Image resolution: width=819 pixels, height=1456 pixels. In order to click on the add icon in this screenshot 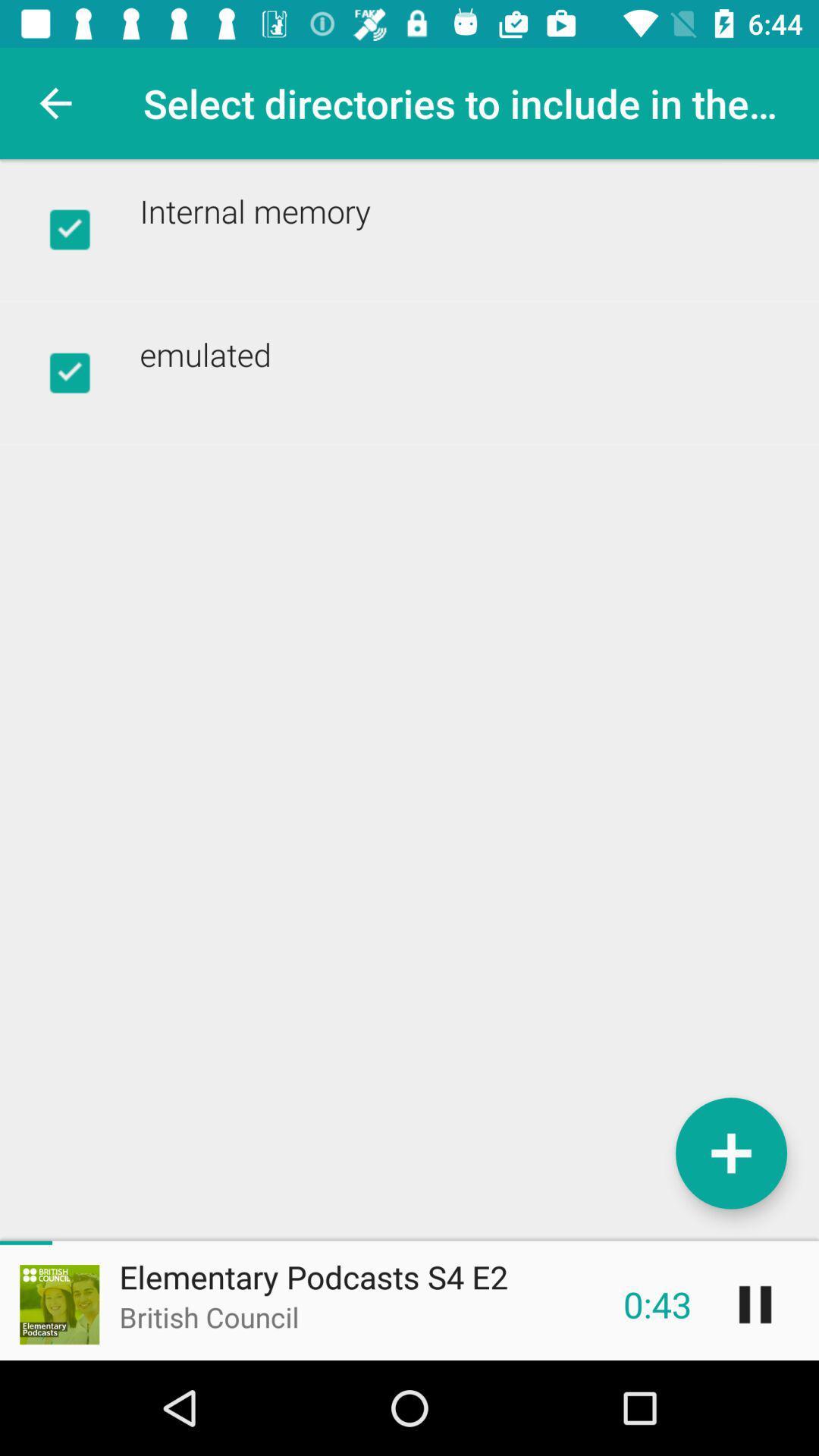, I will do `click(730, 1153)`.